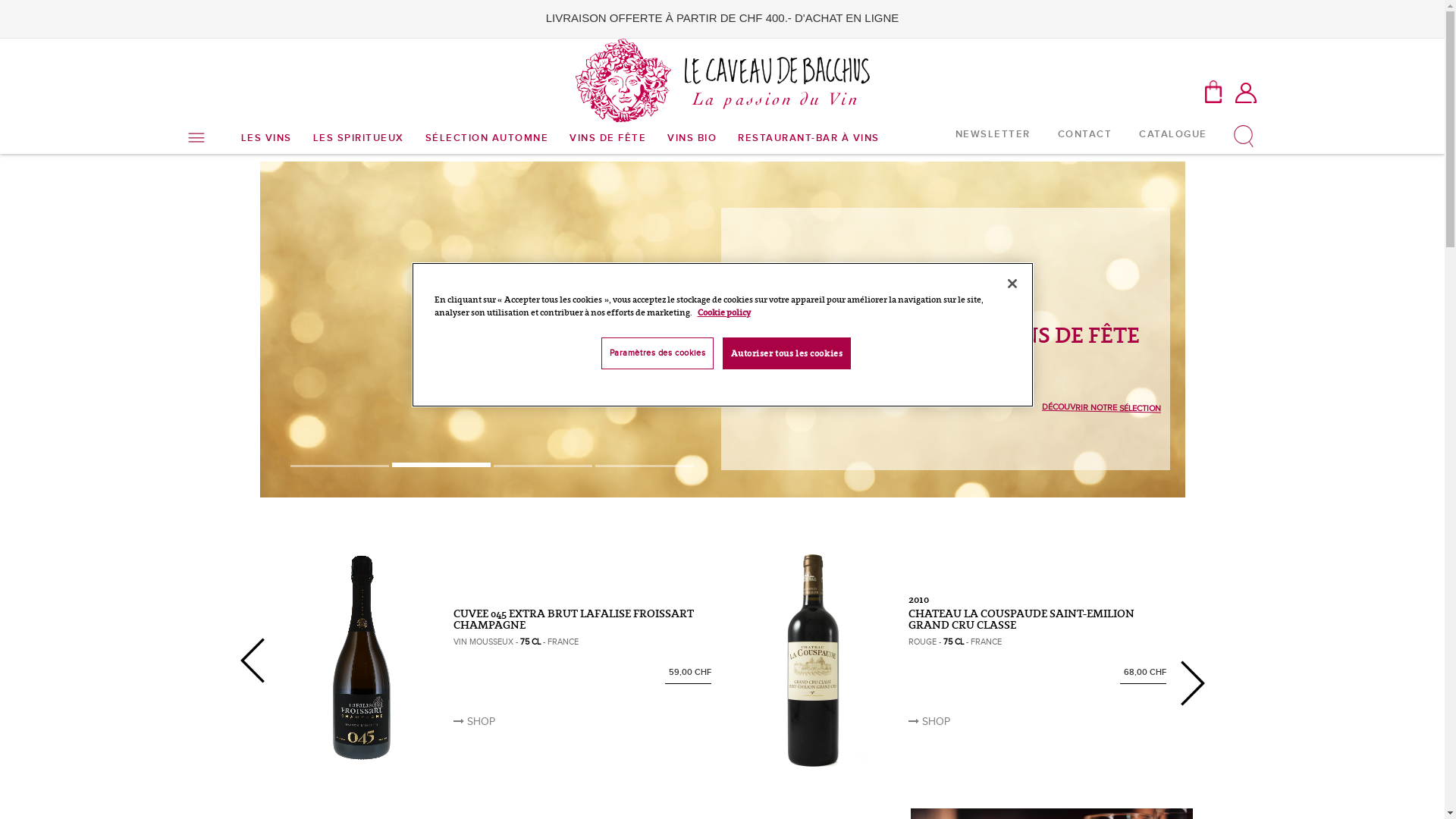 The image size is (1456, 819). I want to click on 'Mon compte', so click(1245, 91).